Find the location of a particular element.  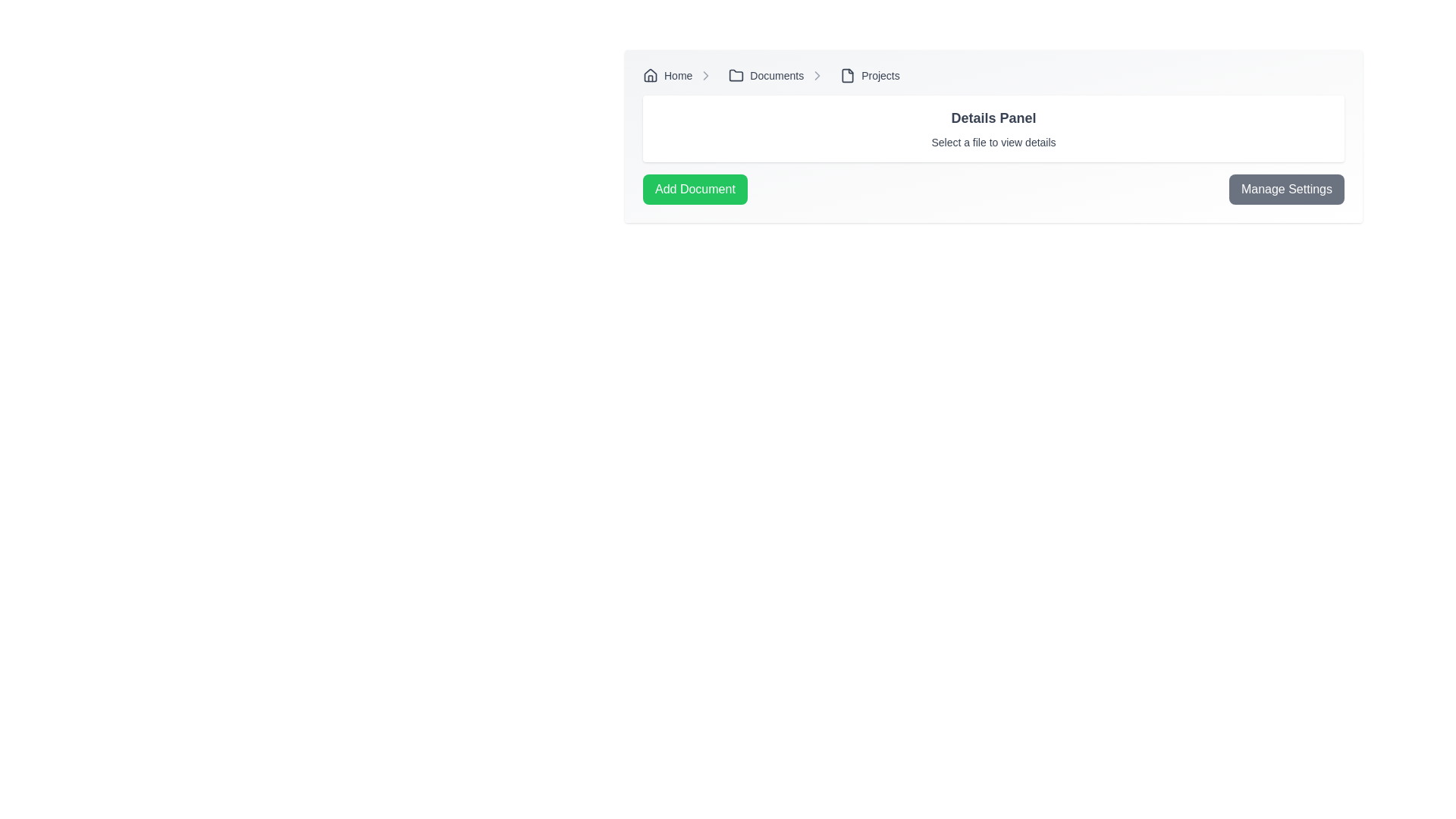

the 'Home' label in the breadcrumb navigation sequence, which is positioned immediately to the right of the house icon is located at coordinates (677, 76).